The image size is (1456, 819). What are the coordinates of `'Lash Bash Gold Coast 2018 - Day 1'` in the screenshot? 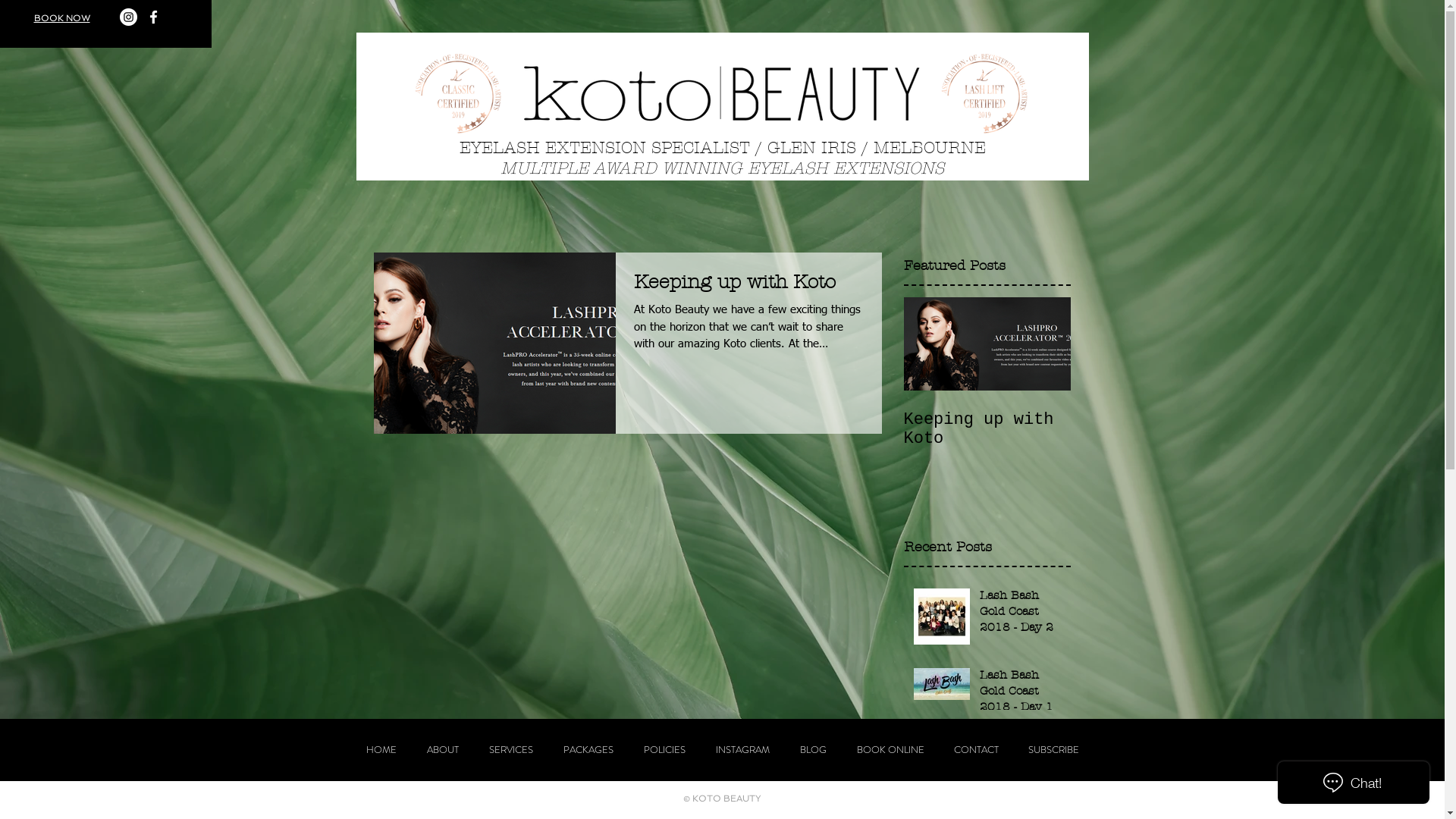 It's located at (1020, 694).